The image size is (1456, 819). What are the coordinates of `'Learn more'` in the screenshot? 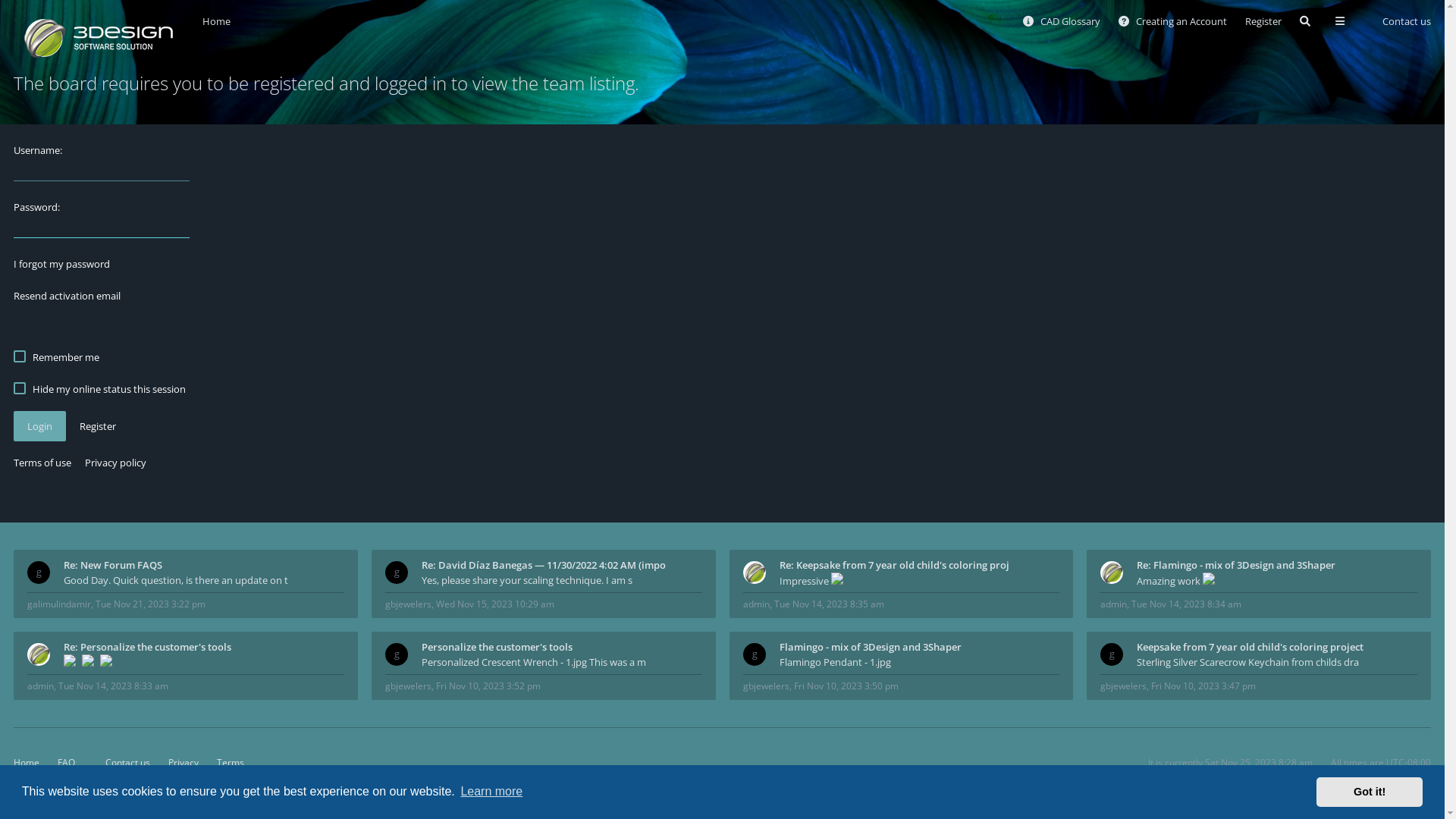 It's located at (491, 791).